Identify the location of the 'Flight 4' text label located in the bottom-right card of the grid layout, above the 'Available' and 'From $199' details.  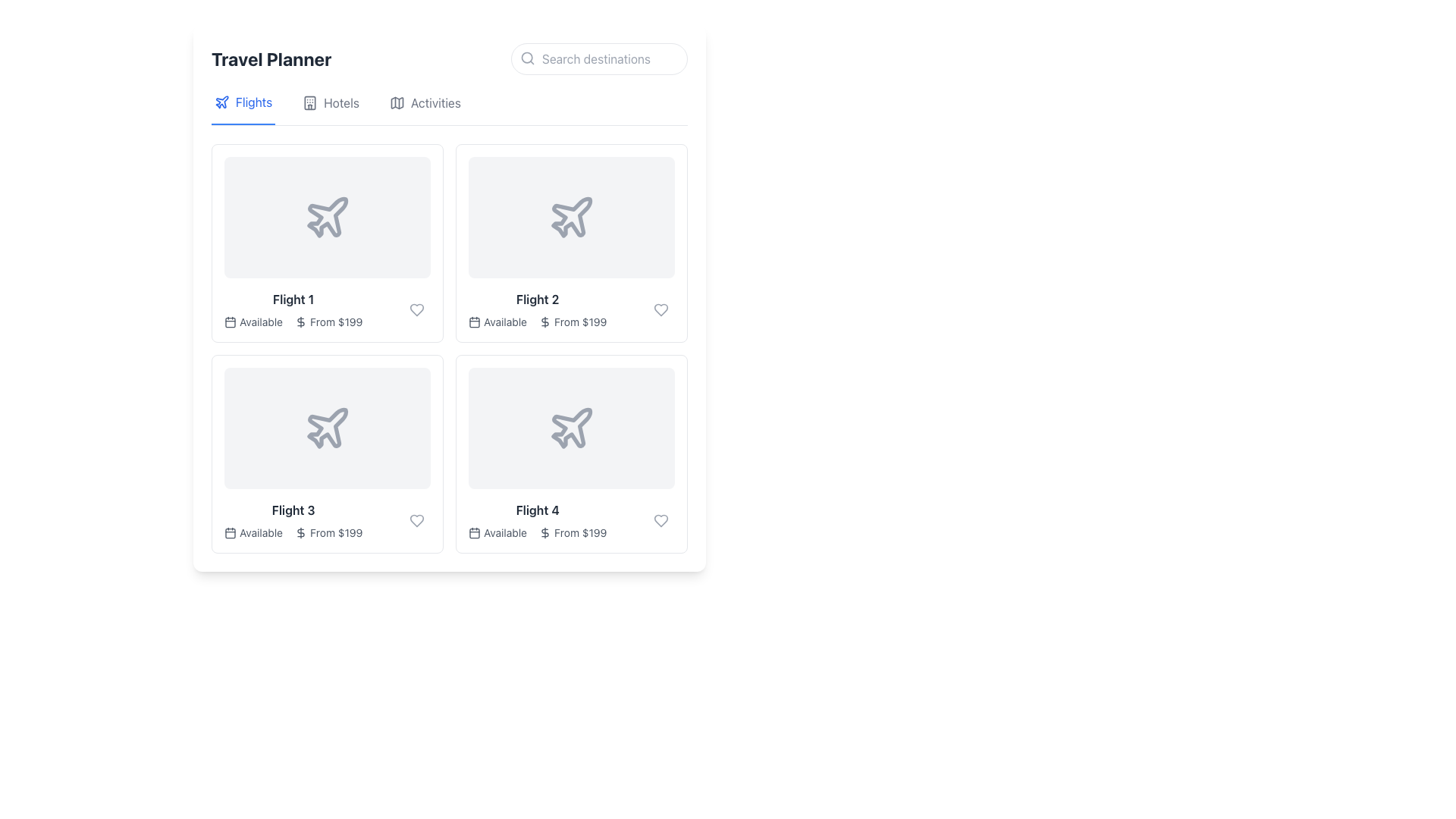
(538, 510).